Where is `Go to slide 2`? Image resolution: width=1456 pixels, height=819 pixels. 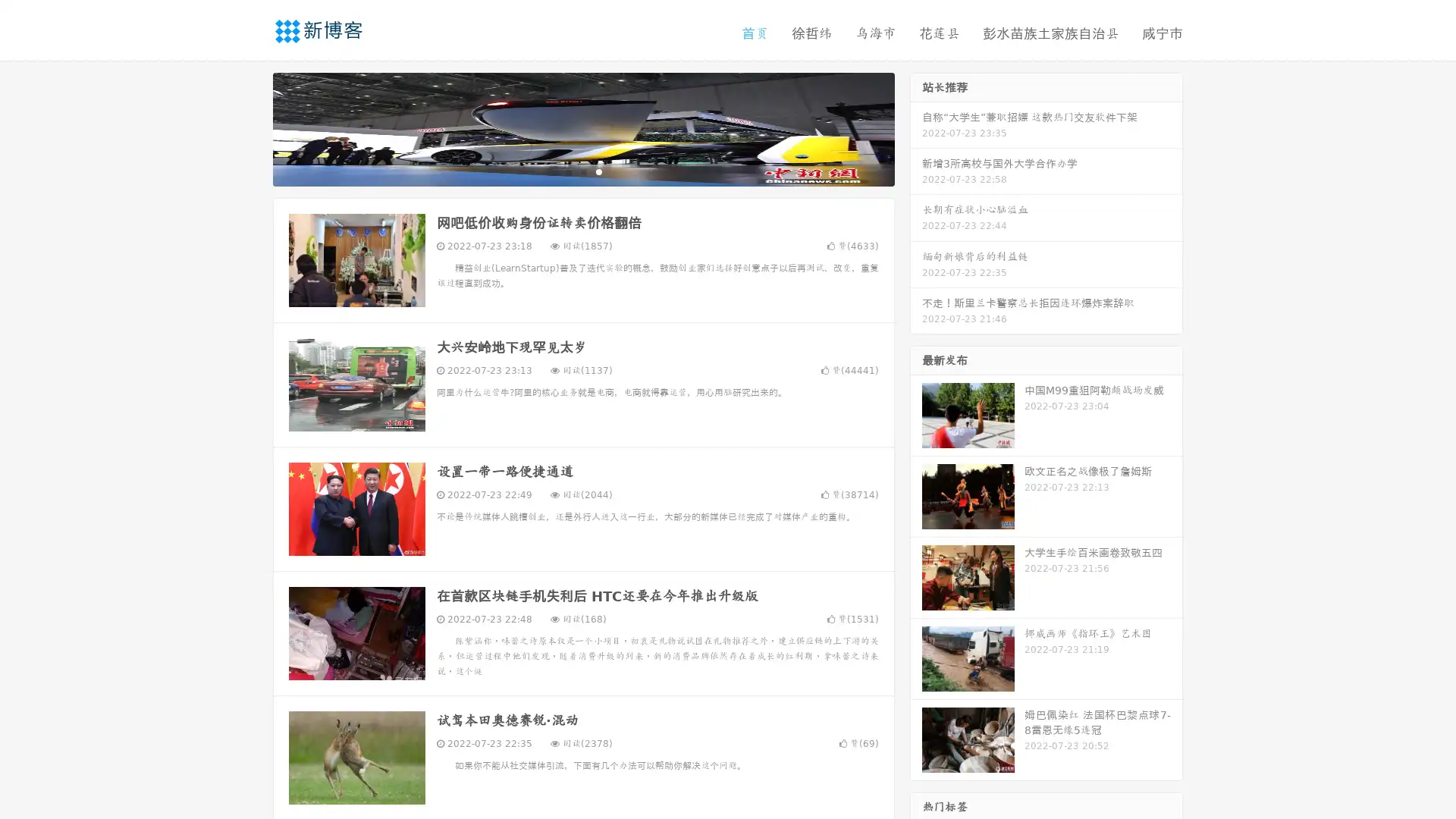 Go to slide 2 is located at coordinates (582, 171).